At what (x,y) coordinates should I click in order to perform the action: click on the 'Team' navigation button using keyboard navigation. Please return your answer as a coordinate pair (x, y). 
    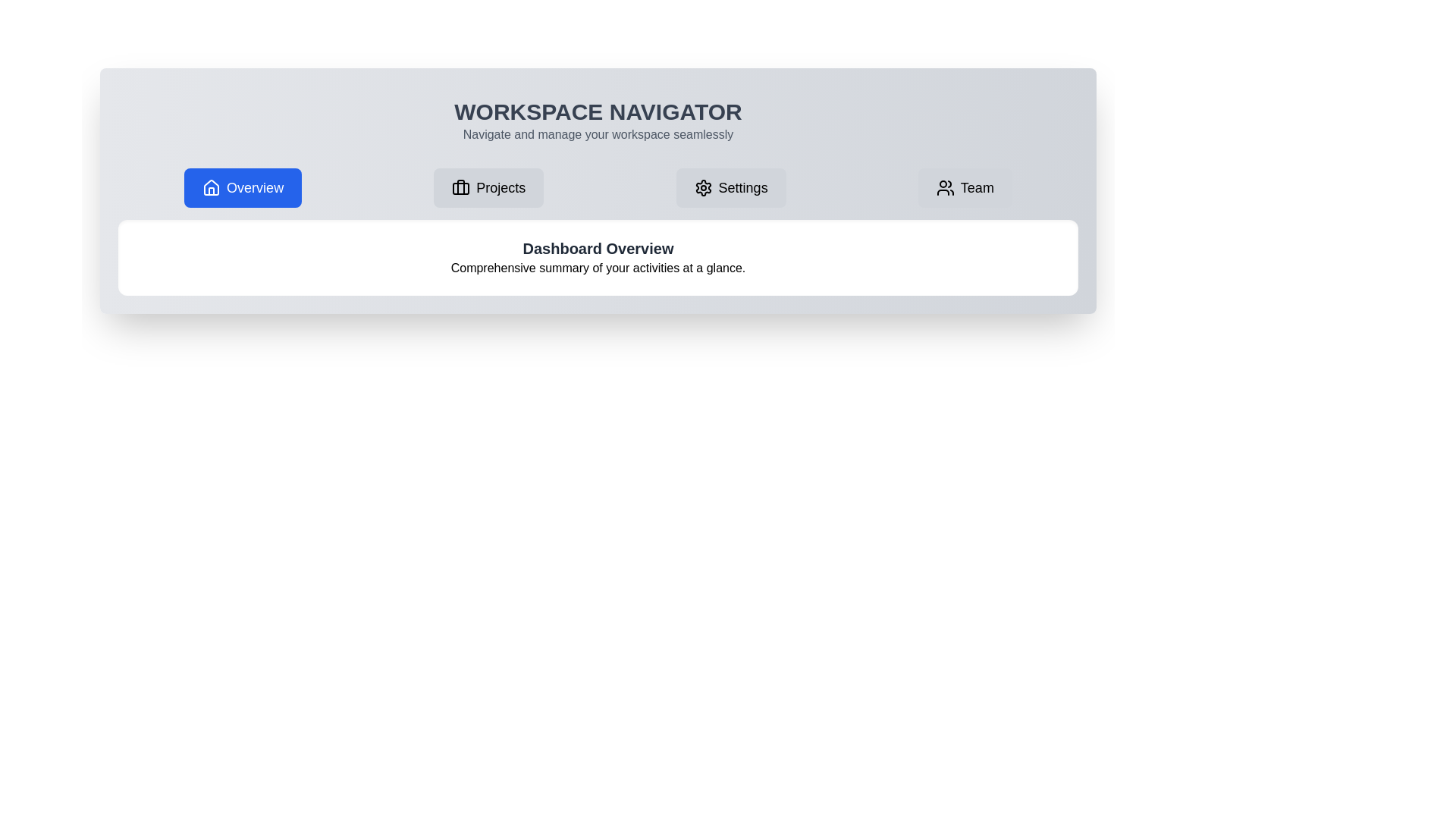
    Looking at the image, I should click on (964, 187).